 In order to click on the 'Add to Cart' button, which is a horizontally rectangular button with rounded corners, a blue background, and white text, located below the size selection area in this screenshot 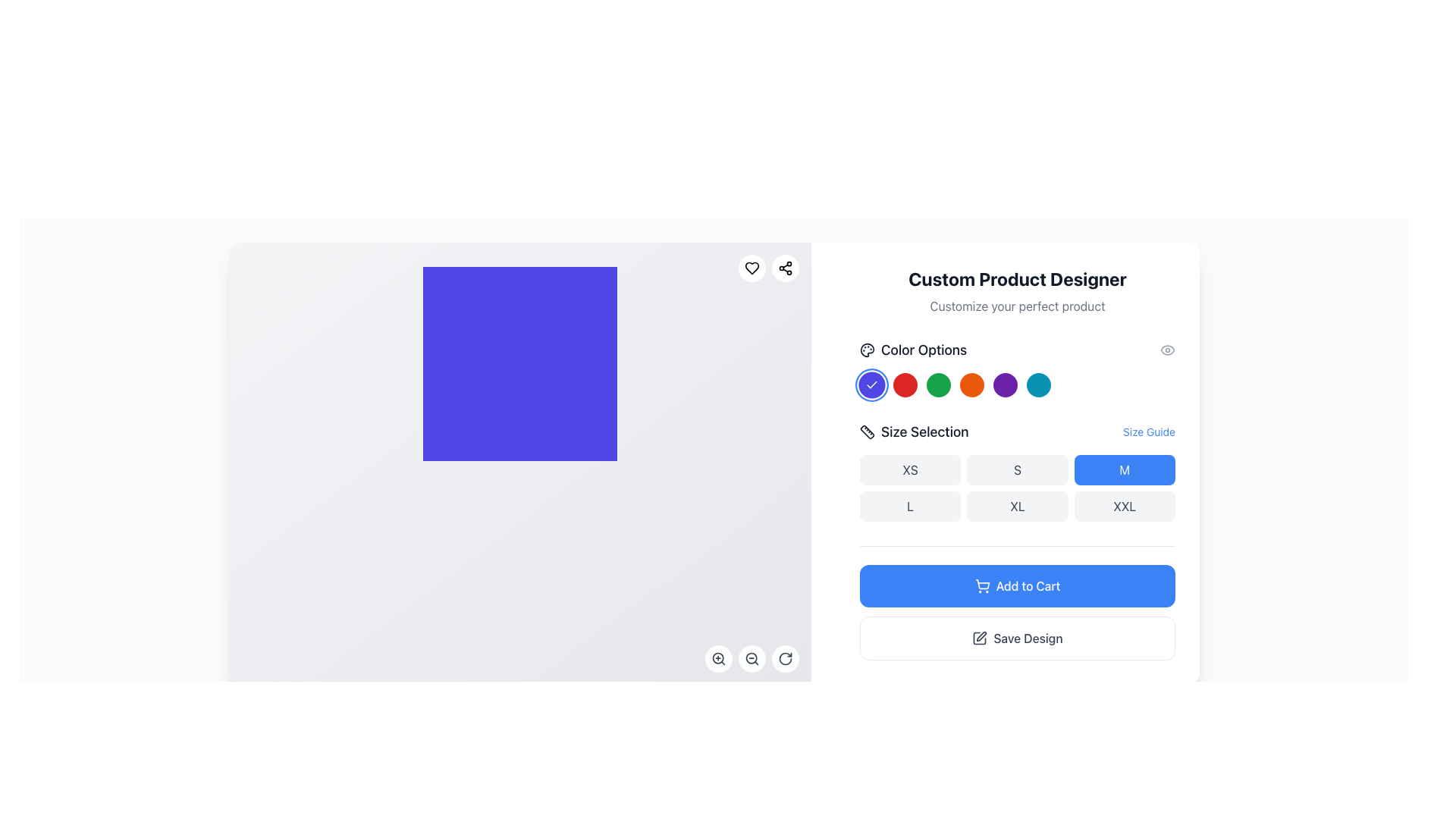, I will do `click(1018, 585)`.